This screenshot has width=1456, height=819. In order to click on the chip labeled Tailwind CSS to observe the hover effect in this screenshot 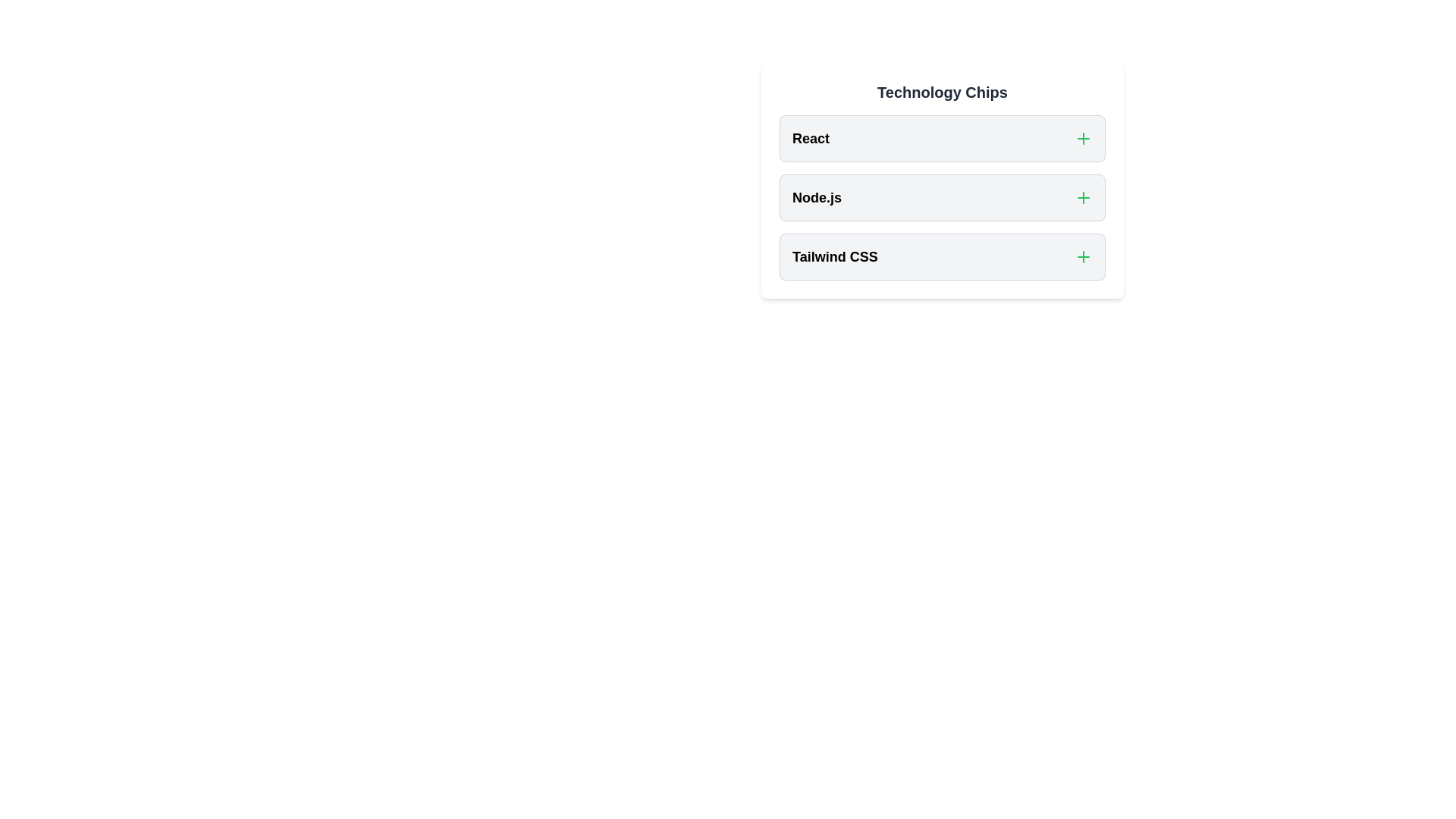, I will do `click(942, 256)`.